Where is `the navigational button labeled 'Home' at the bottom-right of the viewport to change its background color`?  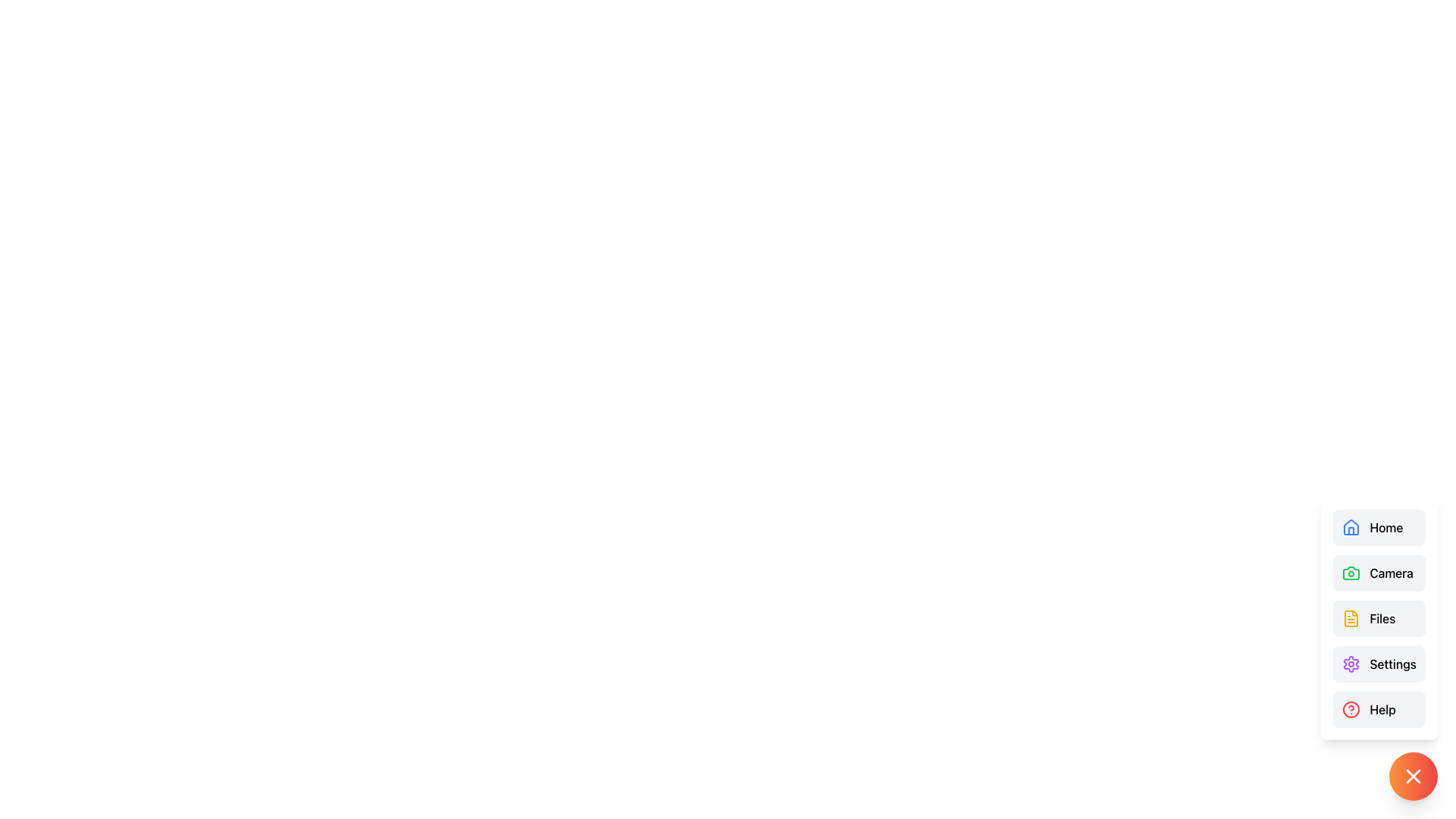
the navigational button labeled 'Home' at the bottom-right of the viewport to change its background color is located at coordinates (1379, 526).